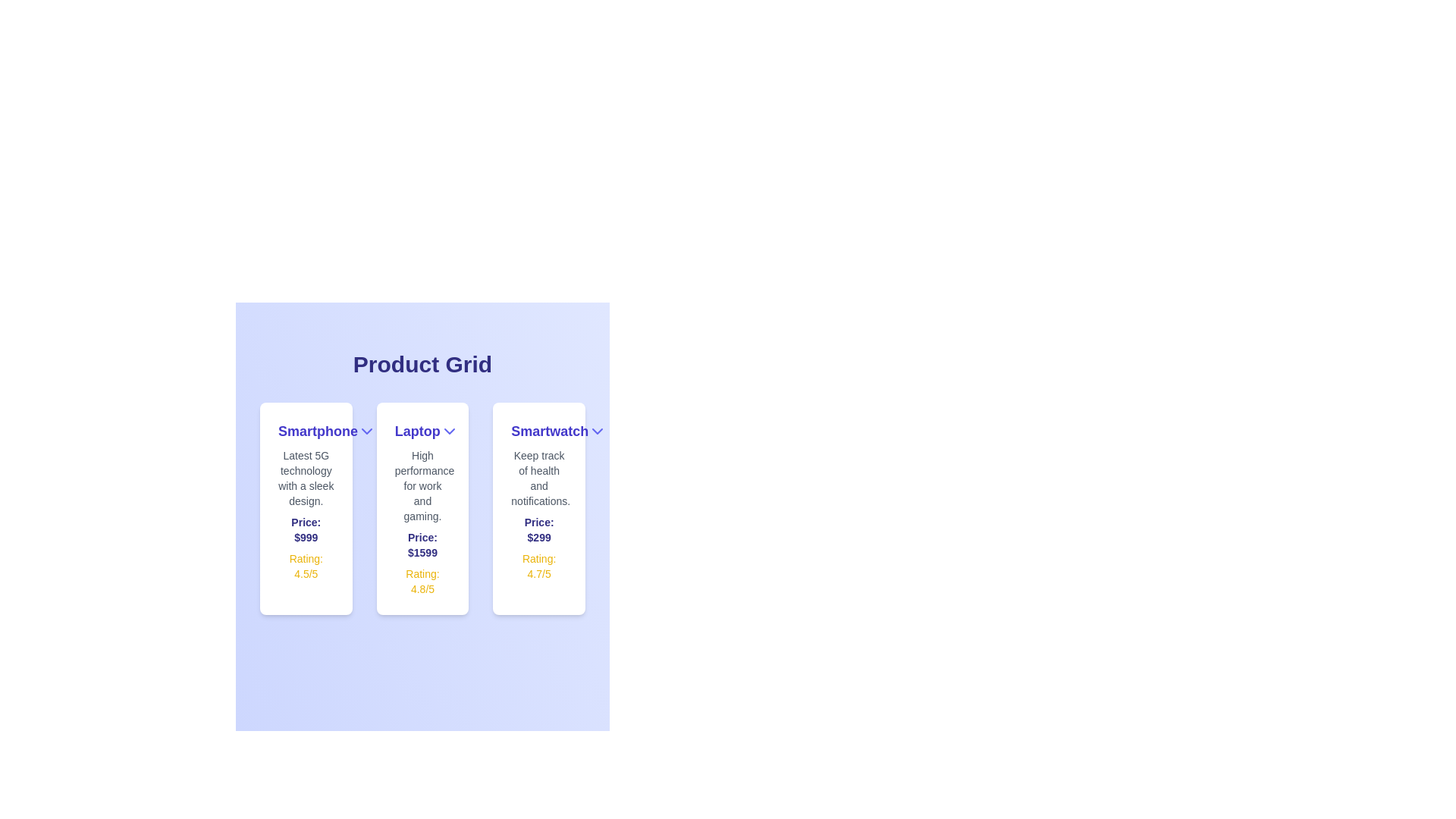 The height and width of the screenshot is (819, 1456). What do you see at coordinates (422, 509) in the screenshot?
I see `on the 'Laptop' product card, which is the second card in a grid of three, featuring a white background, rounded corners, and displaying the product title, description, price, and rating` at bounding box center [422, 509].